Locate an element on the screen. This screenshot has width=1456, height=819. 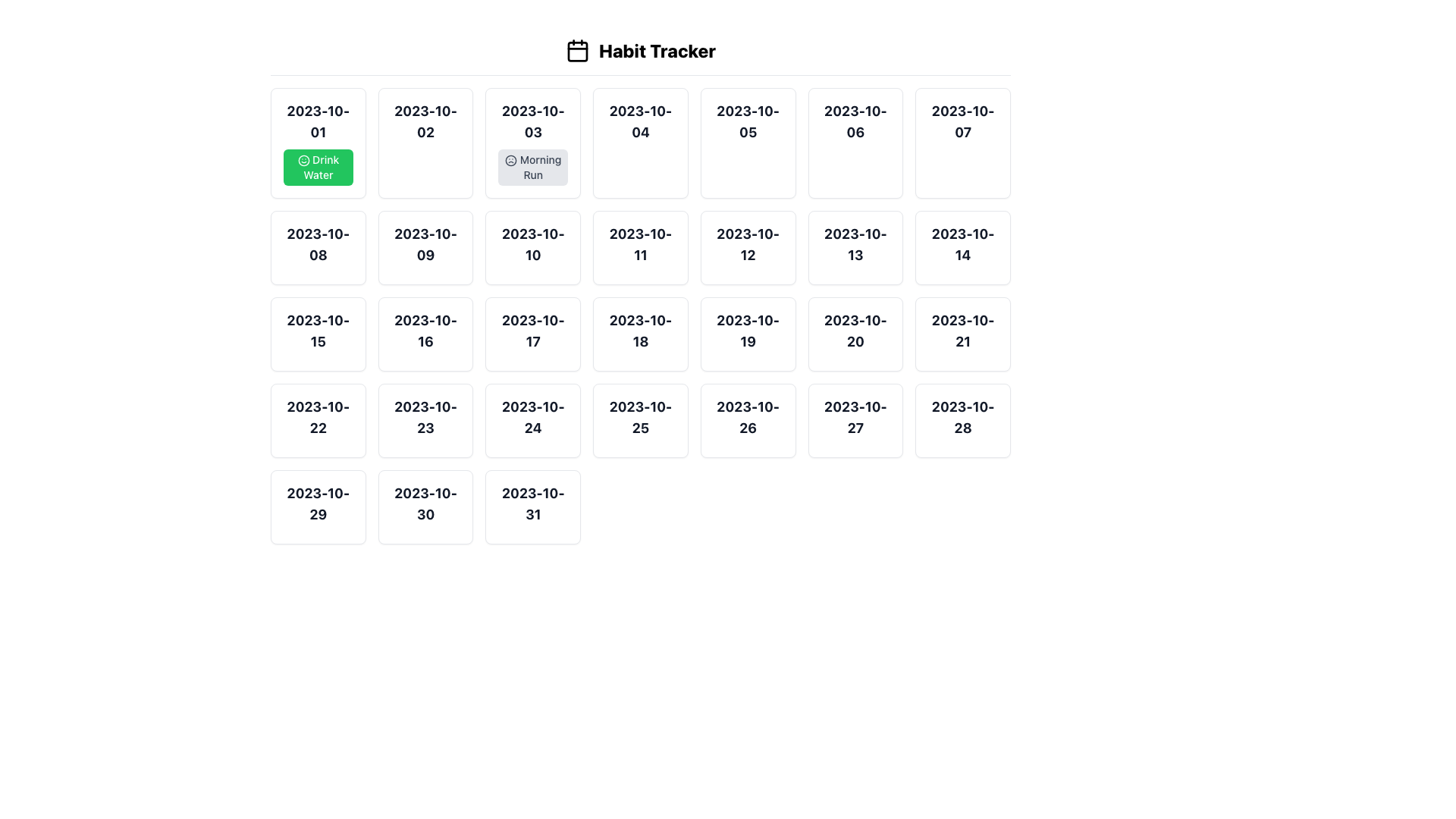
the bold static text displaying the date '2023-10-20' which is is located at coordinates (855, 330).